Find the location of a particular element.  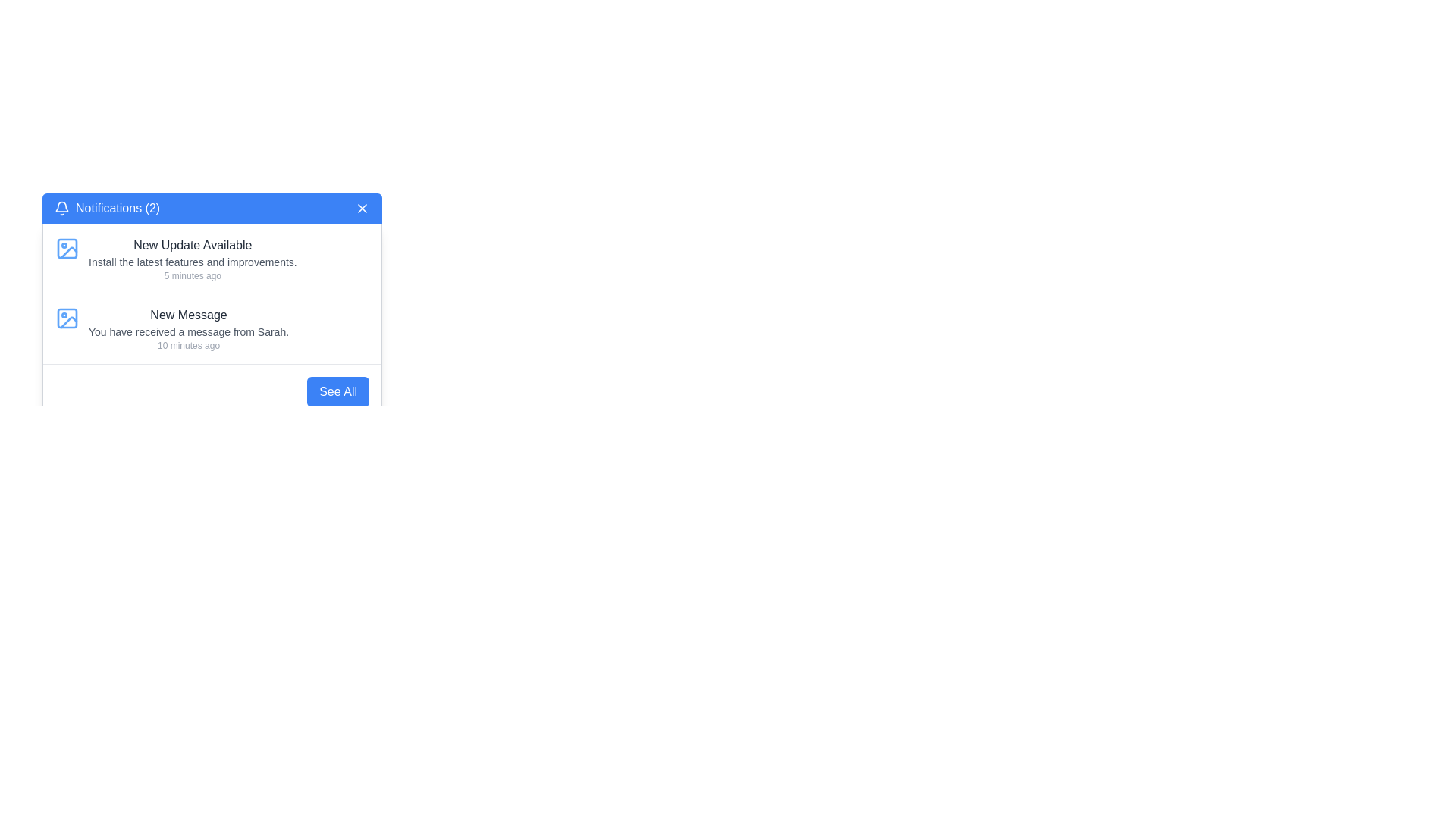

the header label for the notification section, which indicates the section's purpose and shows the number of unread notifications is located at coordinates (106, 208).